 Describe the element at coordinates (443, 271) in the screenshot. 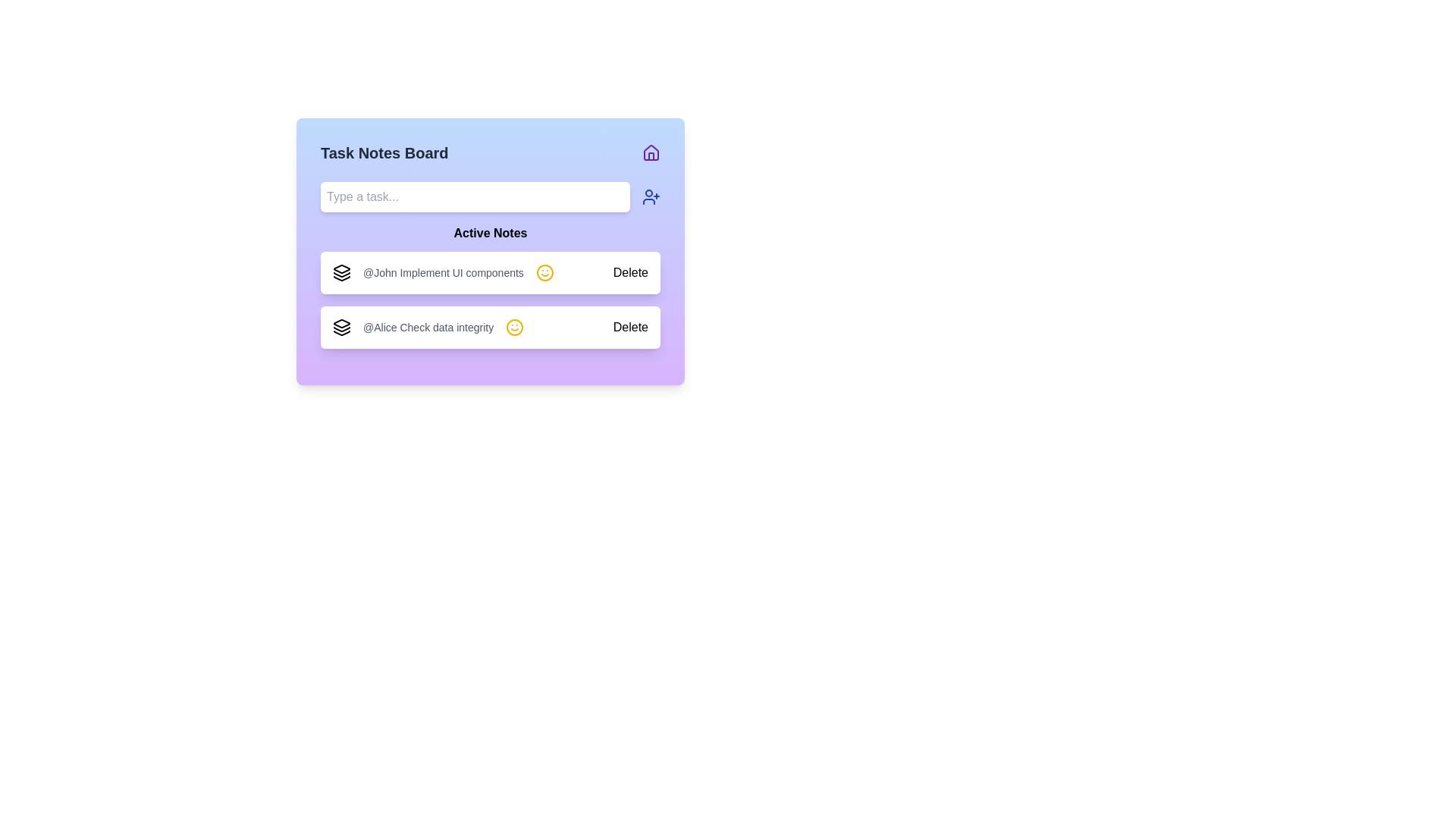

I see `the static text display that shows the task's description or title in the first task item of the 'Active Notes' section, located to the left of a yellow smiley face icon and to the right of a stack-shaped icon` at that location.